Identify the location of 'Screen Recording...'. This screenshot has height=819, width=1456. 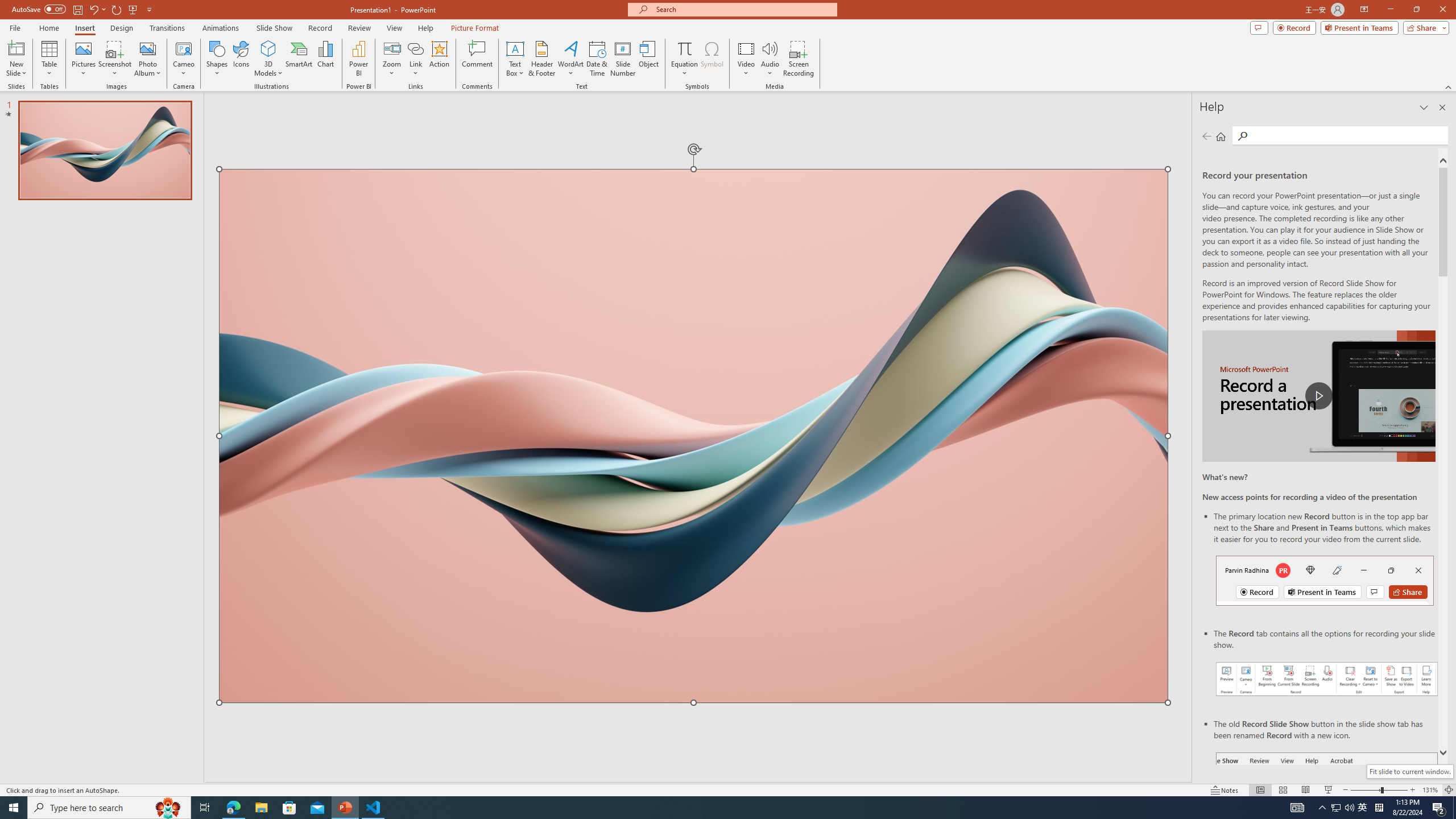
(798, 59).